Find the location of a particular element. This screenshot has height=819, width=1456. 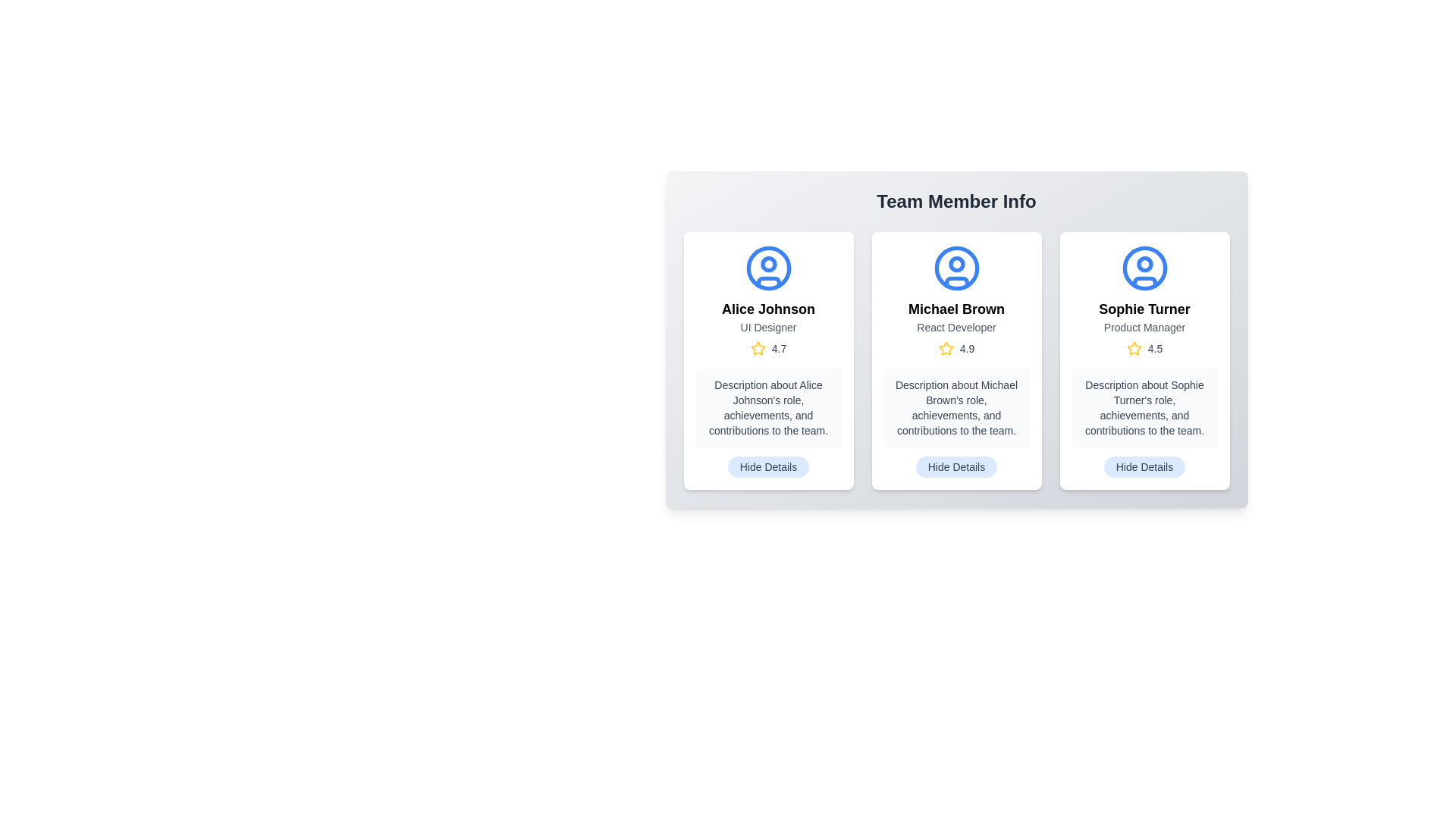

the outermost circular part of the avatar icon for 'Alice Johnson' in the 'Team Member Info' section is located at coordinates (768, 268).